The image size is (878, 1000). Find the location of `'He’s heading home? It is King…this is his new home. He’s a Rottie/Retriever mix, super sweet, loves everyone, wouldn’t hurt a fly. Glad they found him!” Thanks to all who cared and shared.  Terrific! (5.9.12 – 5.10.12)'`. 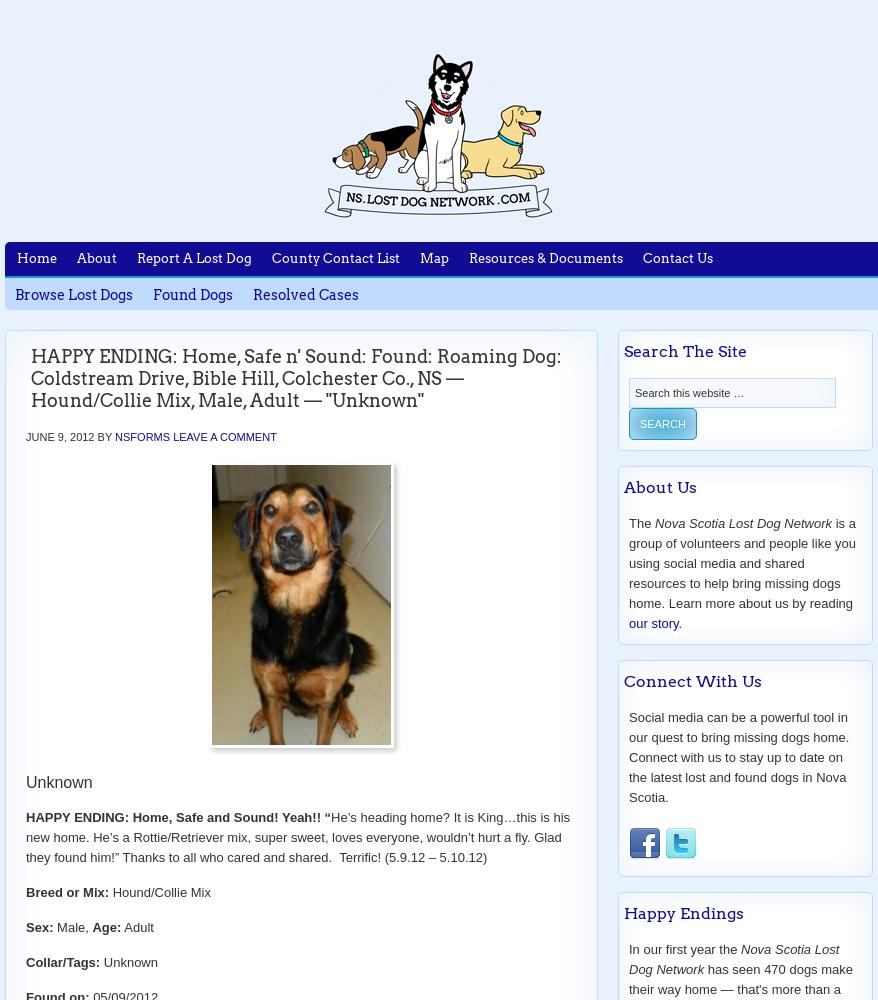

'He’s heading home? It is King…this is his new home. He’s a Rottie/Retriever mix, super sweet, loves everyone, wouldn’t hurt a fly. Glad they found him!” Thanks to all who cared and shared.  Terrific! (5.9.12 – 5.10.12)' is located at coordinates (296, 835).